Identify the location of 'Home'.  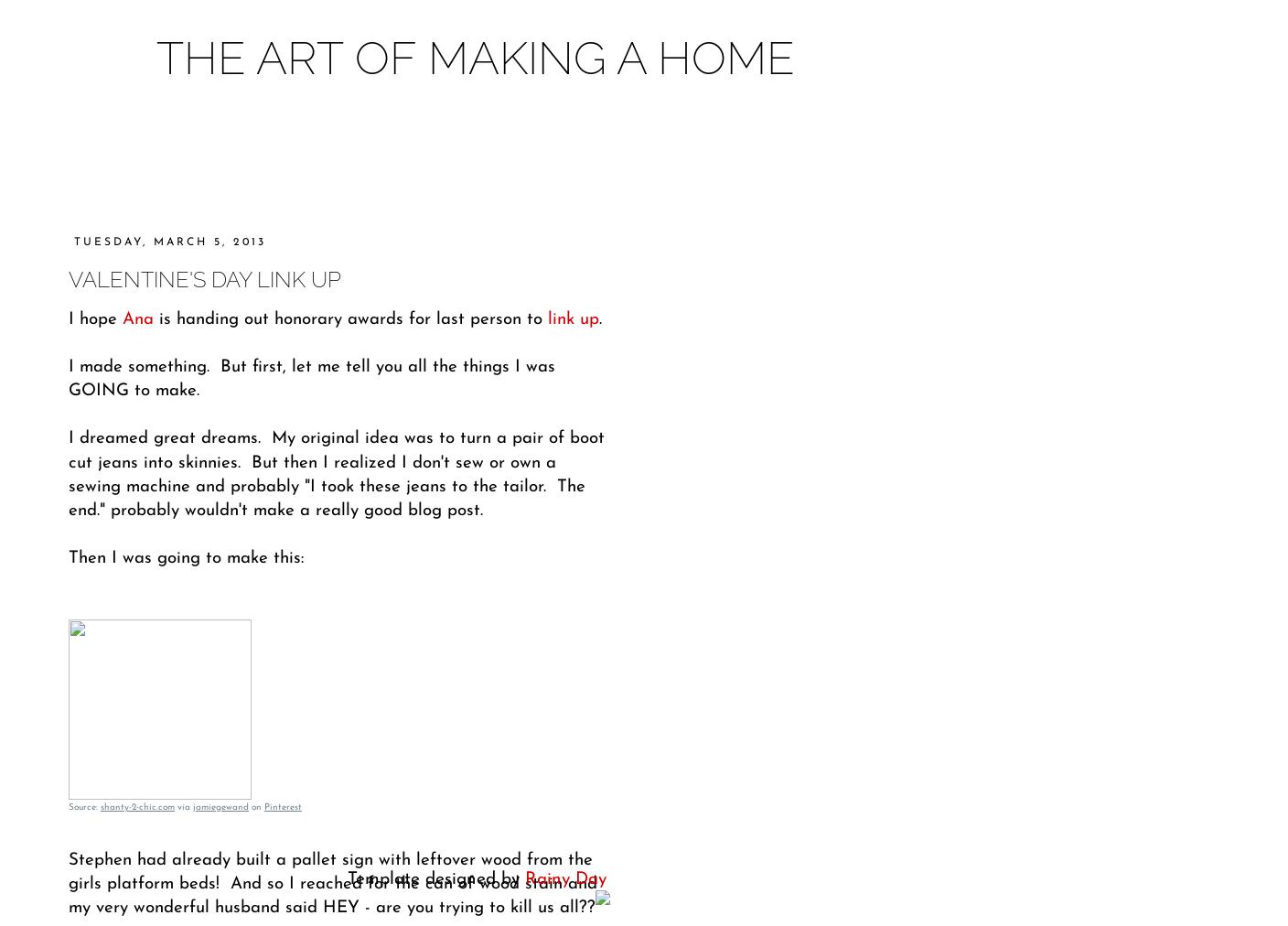
(322, 155).